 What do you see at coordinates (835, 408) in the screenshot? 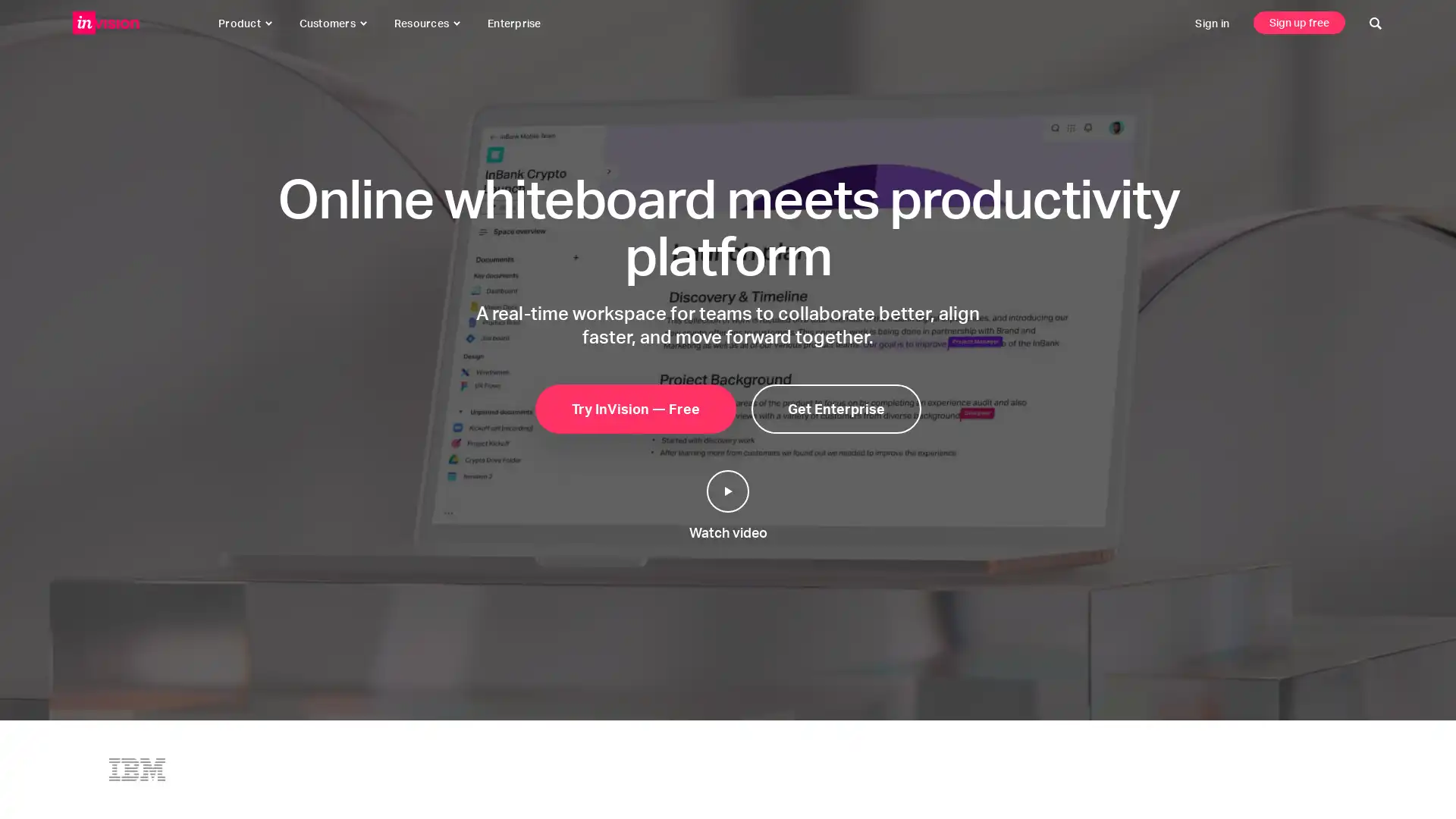
I see `get enterprise` at bounding box center [835, 408].